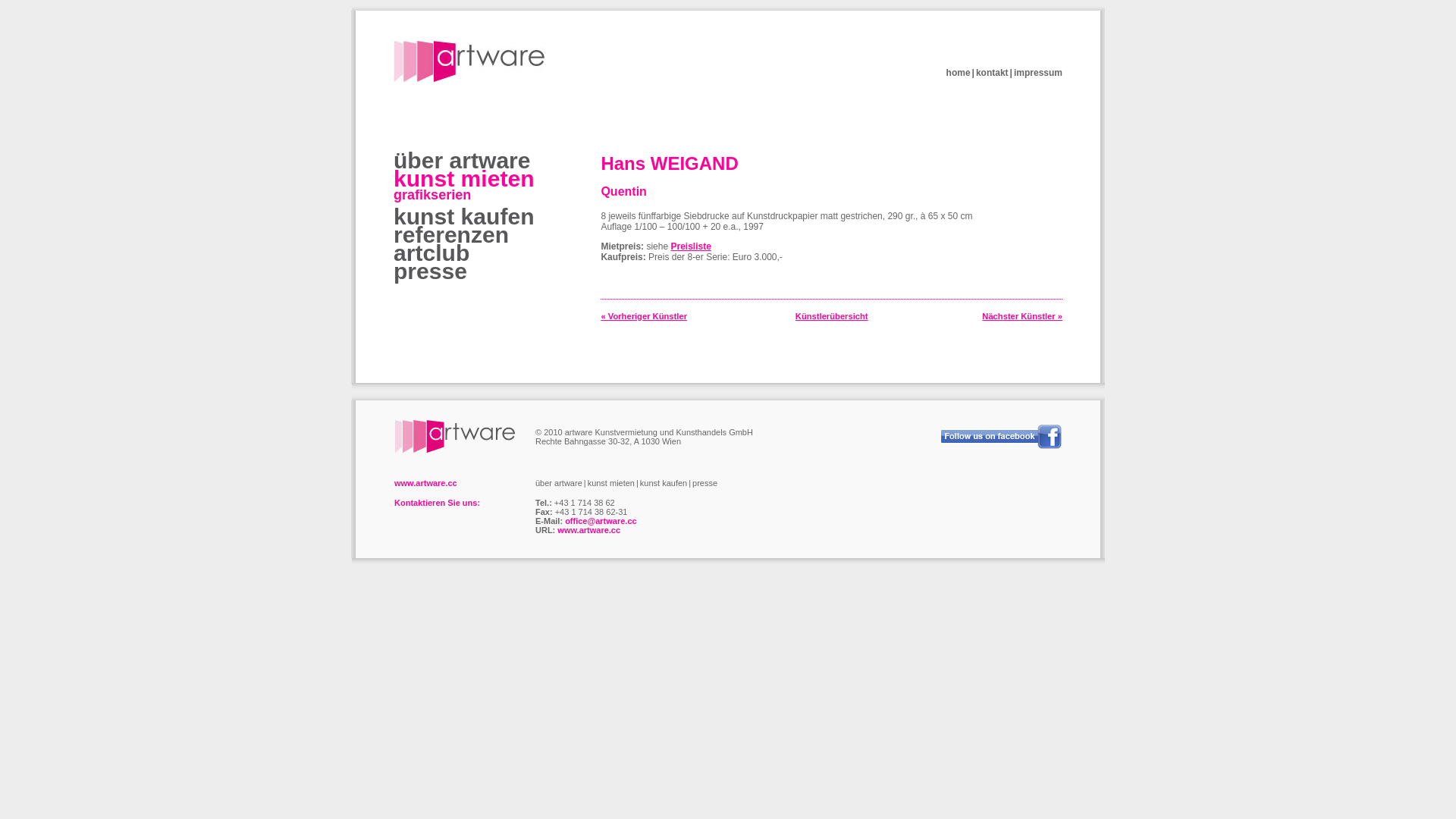 The width and height of the screenshot is (1456, 819). What do you see at coordinates (600, 519) in the screenshot?
I see `'office@artware.cc'` at bounding box center [600, 519].